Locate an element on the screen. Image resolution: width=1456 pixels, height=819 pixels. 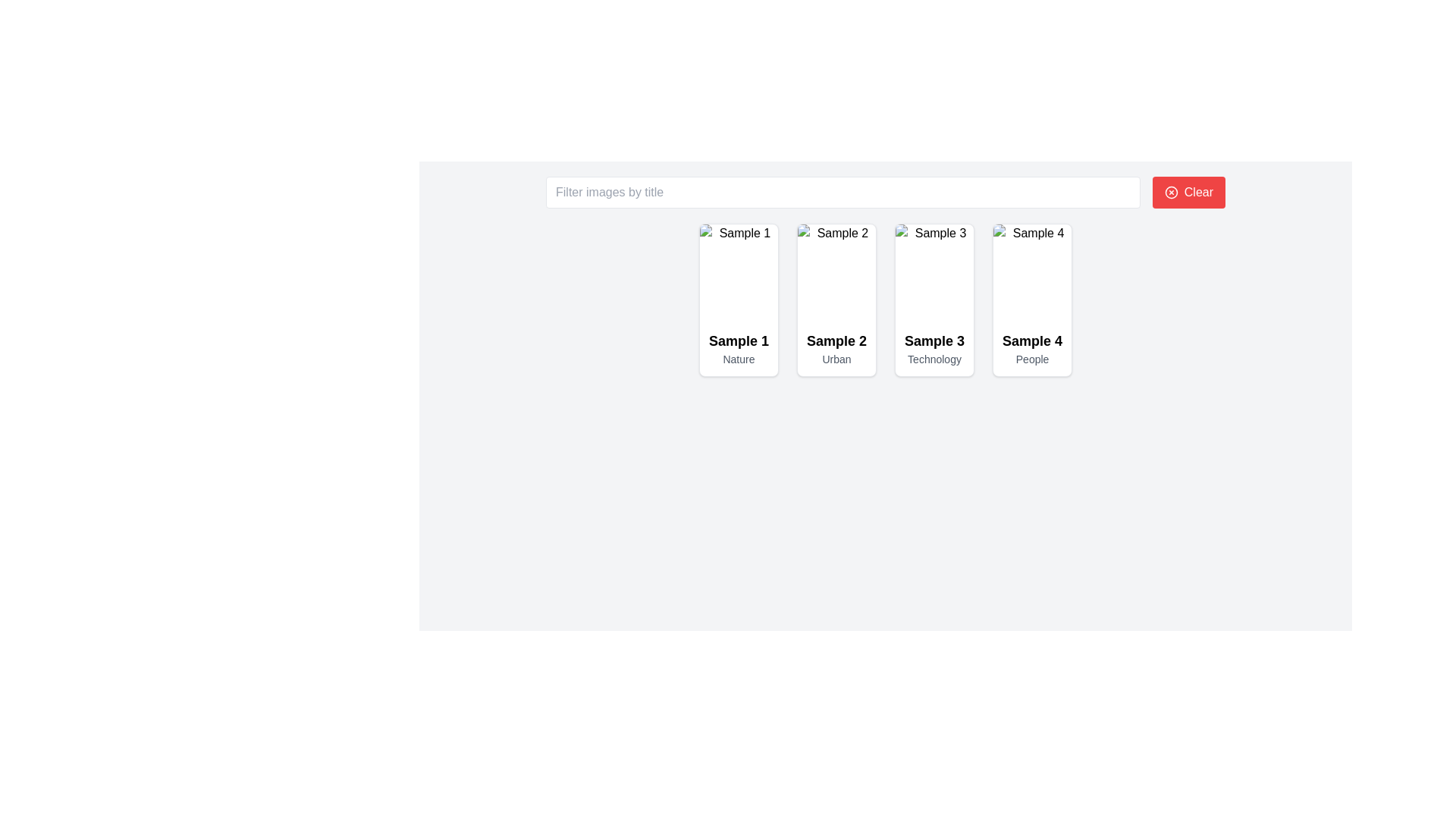
the image placeholder labeled 'Sample 4' in the fourth card of the grid layout is located at coordinates (1031, 271).